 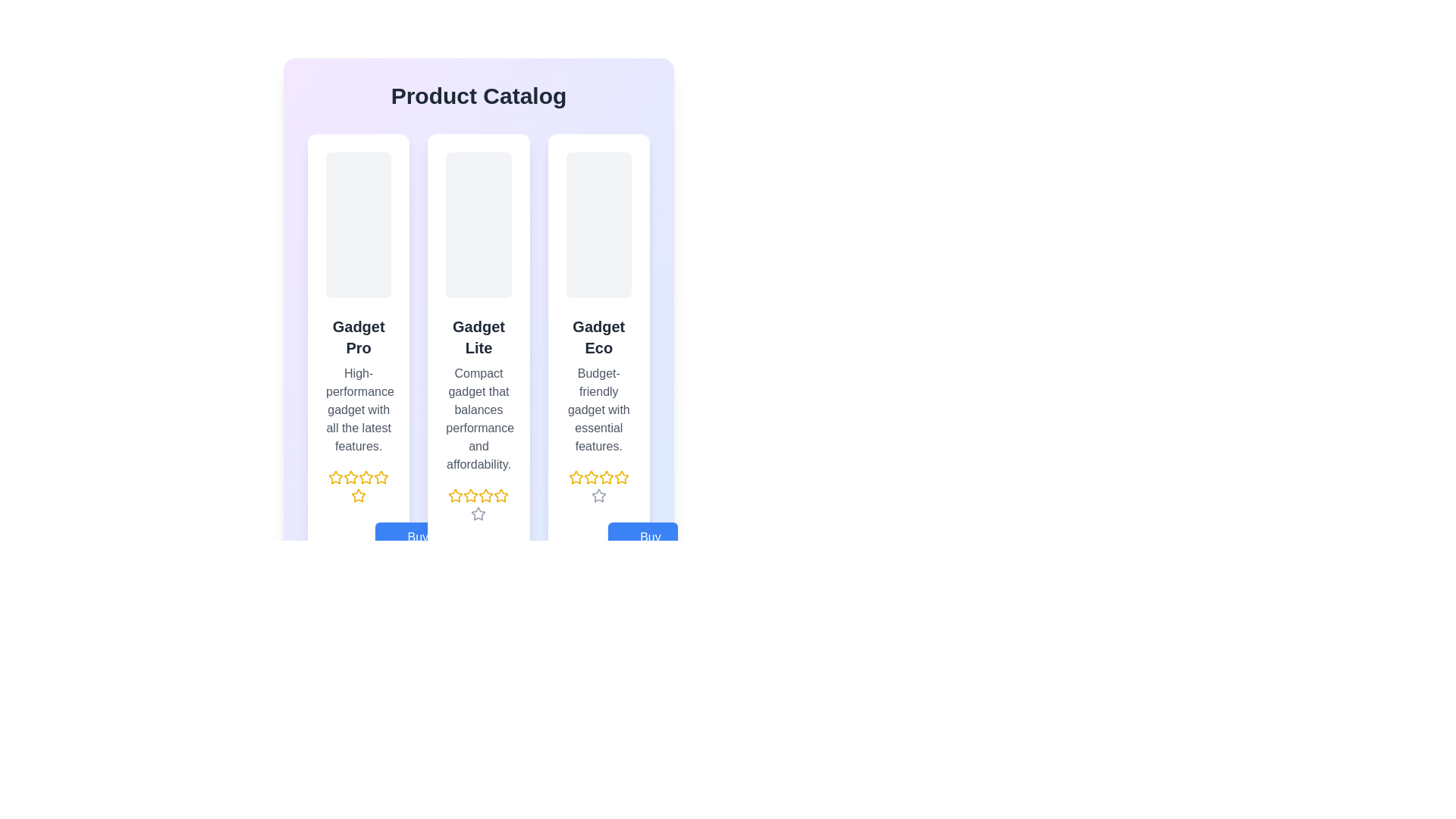 I want to click on the highlighted star in the 5-star rating selector below the title 'High-performance gadget with all the latest features.' to rate the product, so click(x=358, y=485).